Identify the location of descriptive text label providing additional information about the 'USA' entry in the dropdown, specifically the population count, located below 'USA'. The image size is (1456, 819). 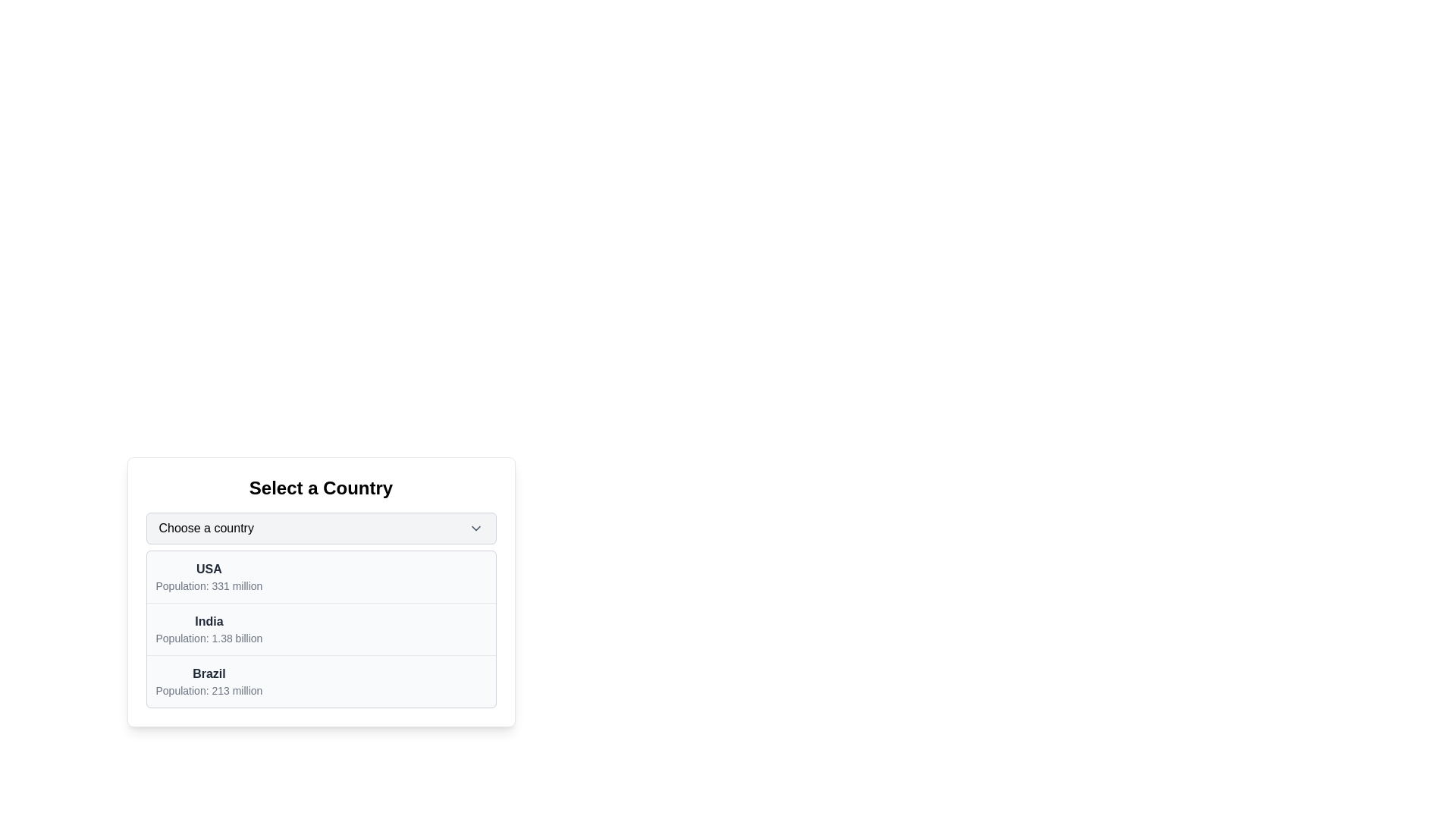
(208, 585).